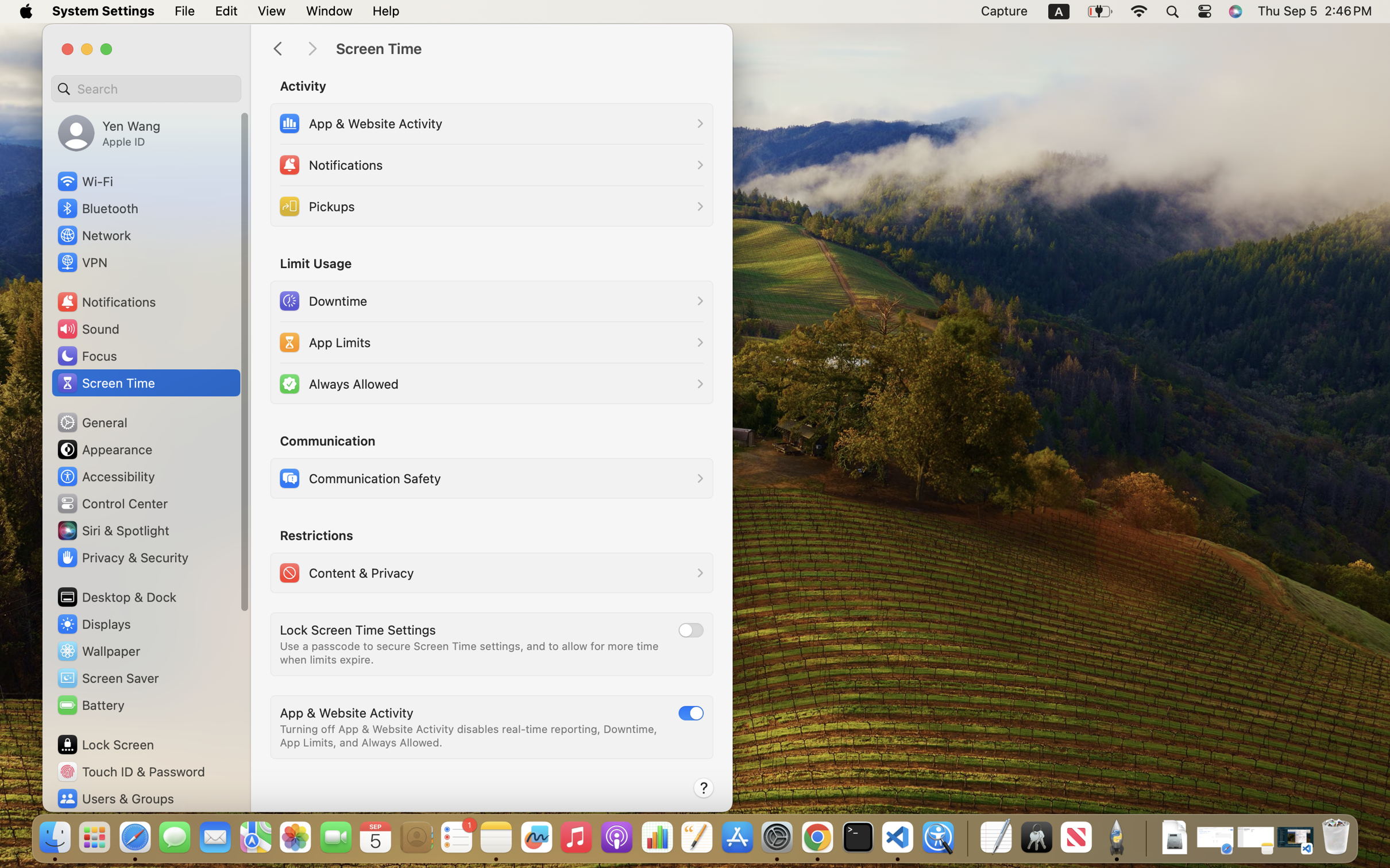 Image resolution: width=1390 pixels, height=868 pixels. What do you see at coordinates (84, 181) in the screenshot?
I see `'Wi‑Fi'` at bounding box center [84, 181].